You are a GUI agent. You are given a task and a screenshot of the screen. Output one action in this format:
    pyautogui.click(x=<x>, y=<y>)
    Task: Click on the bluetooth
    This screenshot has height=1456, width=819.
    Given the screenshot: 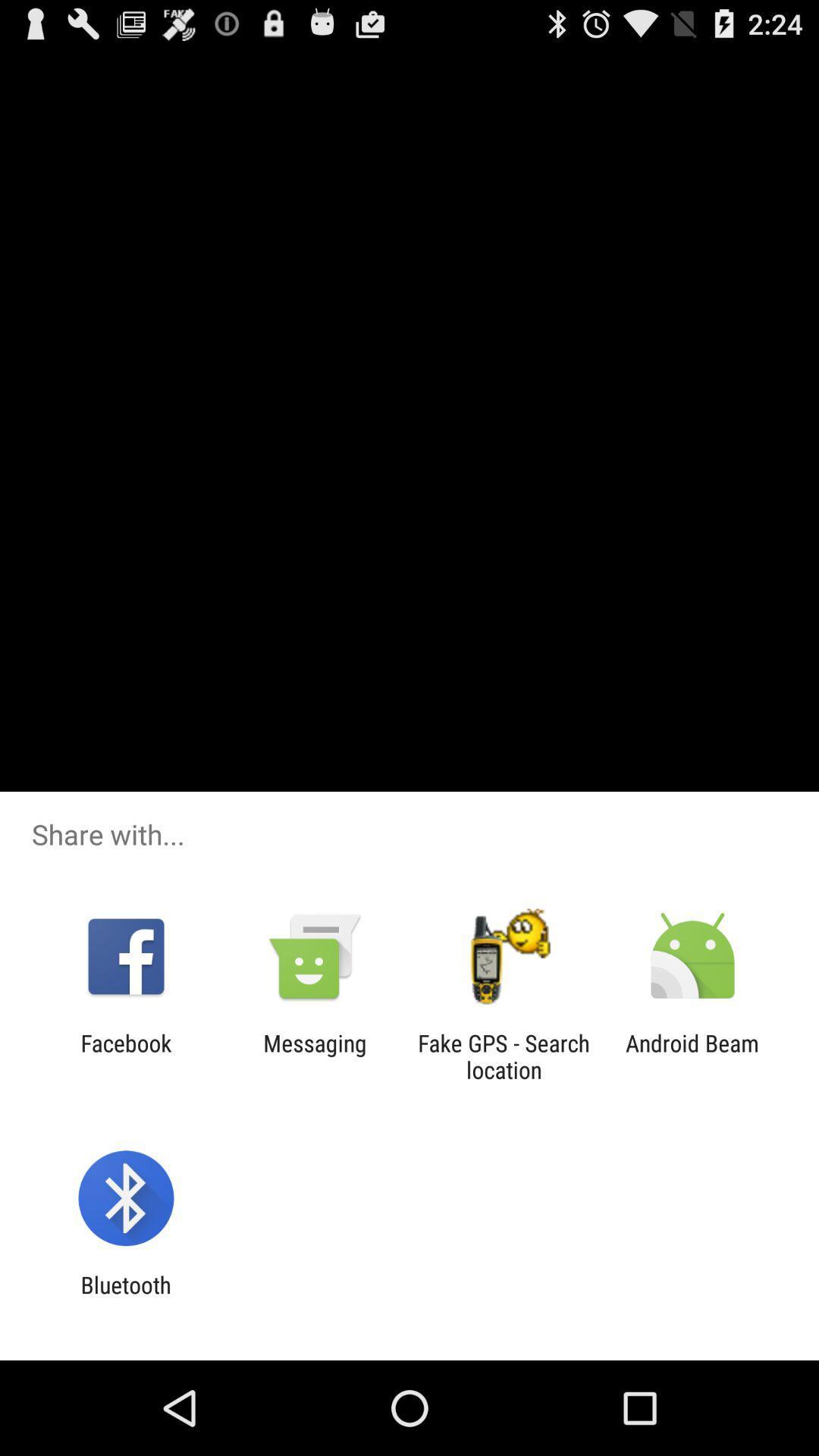 What is the action you would take?
    pyautogui.click(x=125, y=1298)
    